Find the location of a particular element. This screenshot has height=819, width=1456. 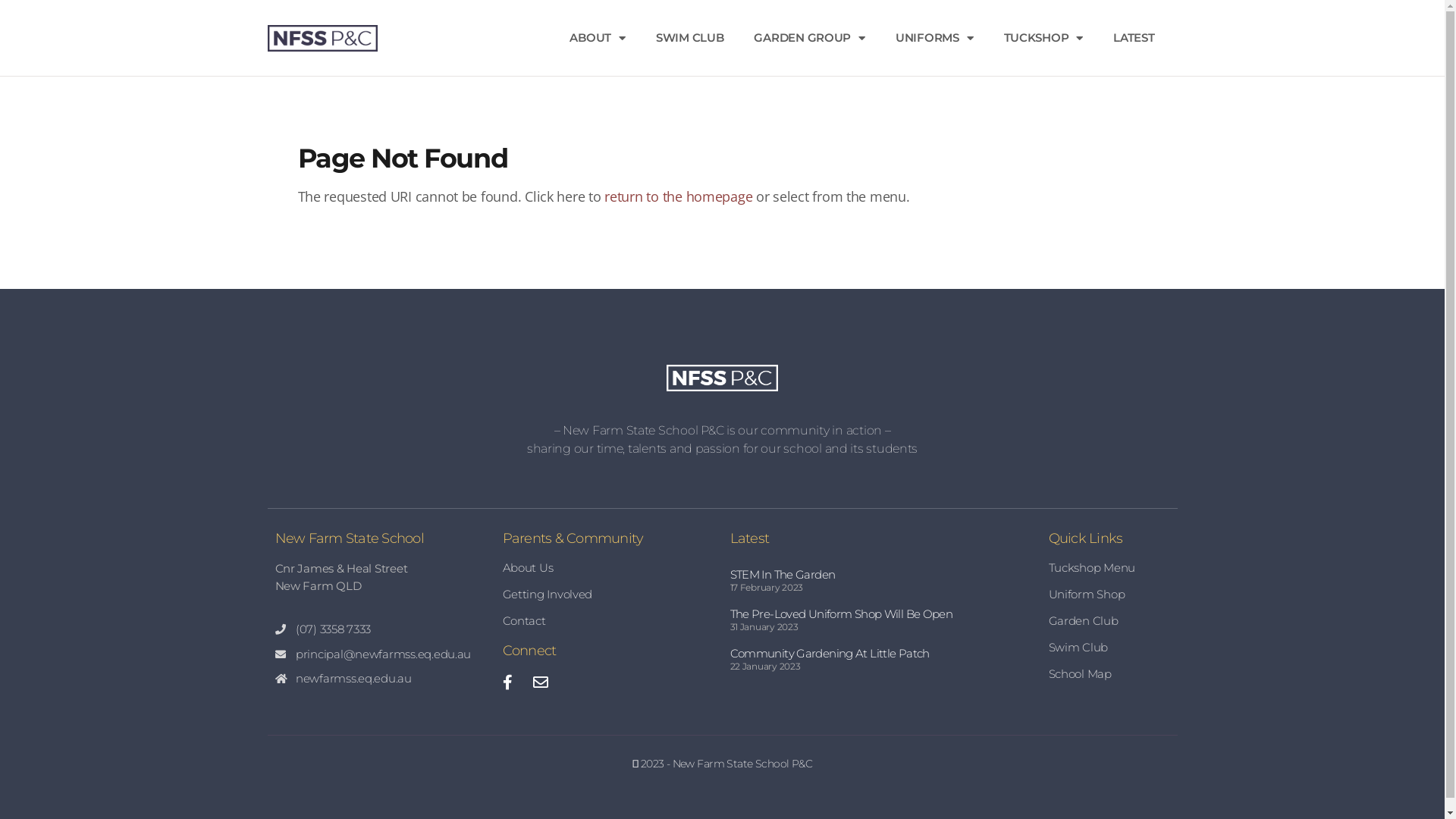

'School Map' is located at coordinates (1109, 673).